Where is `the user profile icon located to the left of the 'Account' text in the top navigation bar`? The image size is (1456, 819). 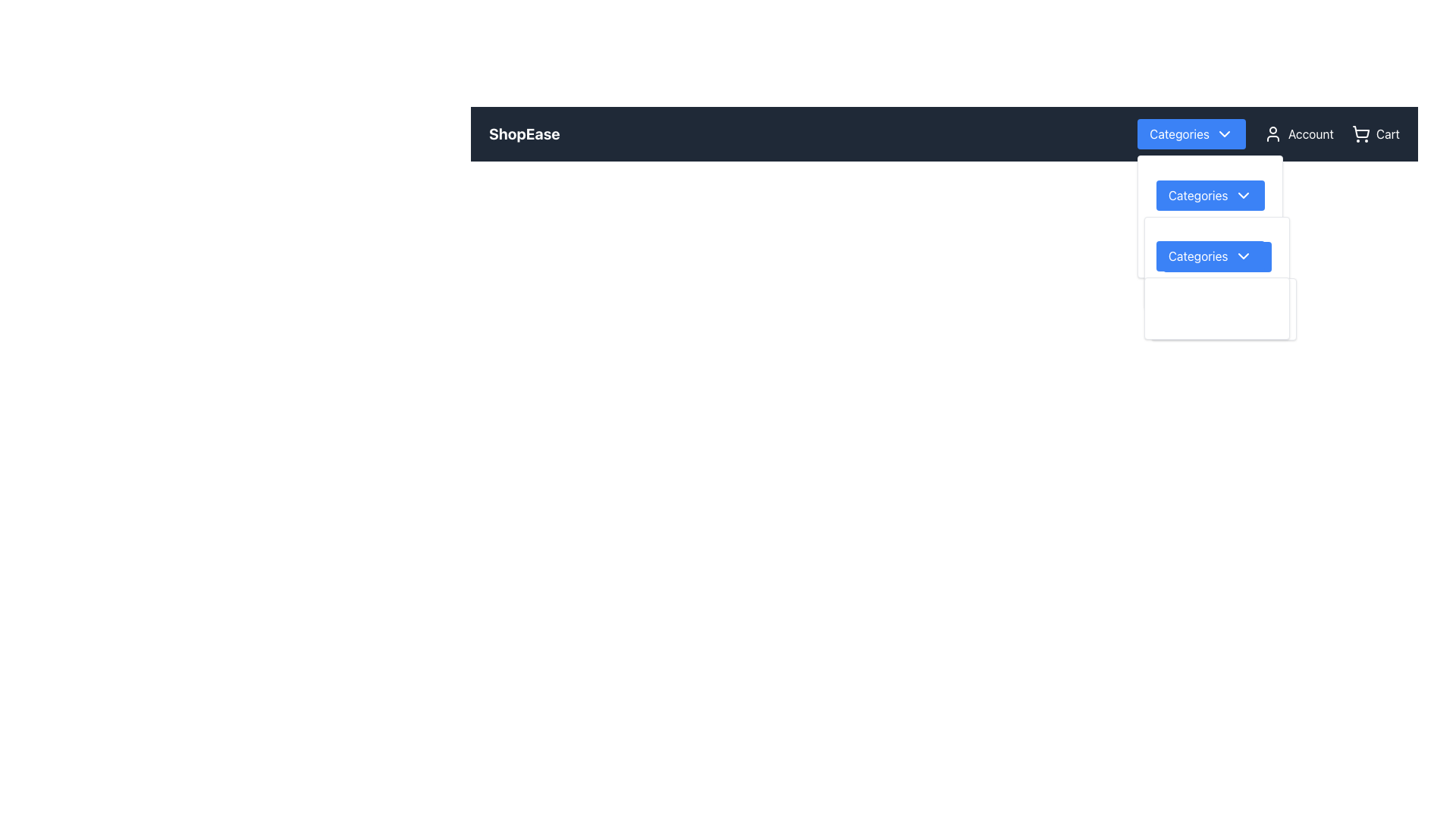 the user profile icon located to the left of the 'Account' text in the top navigation bar is located at coordinates (1272, 133).